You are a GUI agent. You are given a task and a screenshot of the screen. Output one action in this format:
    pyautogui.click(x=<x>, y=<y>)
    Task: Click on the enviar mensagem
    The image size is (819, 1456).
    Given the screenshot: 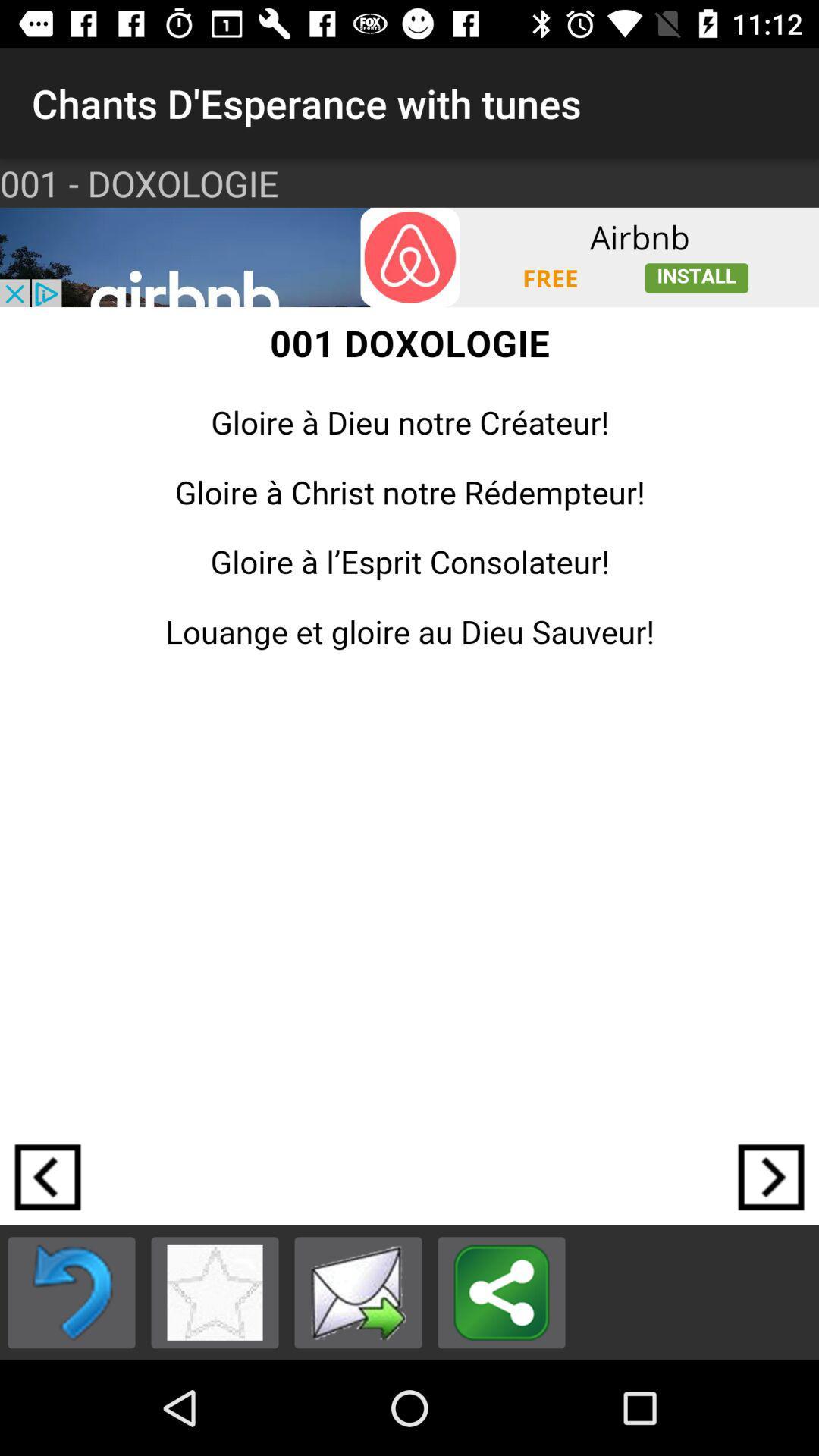 What is the action you would take?
    pyautogui.click(x=358, y=1291)
    